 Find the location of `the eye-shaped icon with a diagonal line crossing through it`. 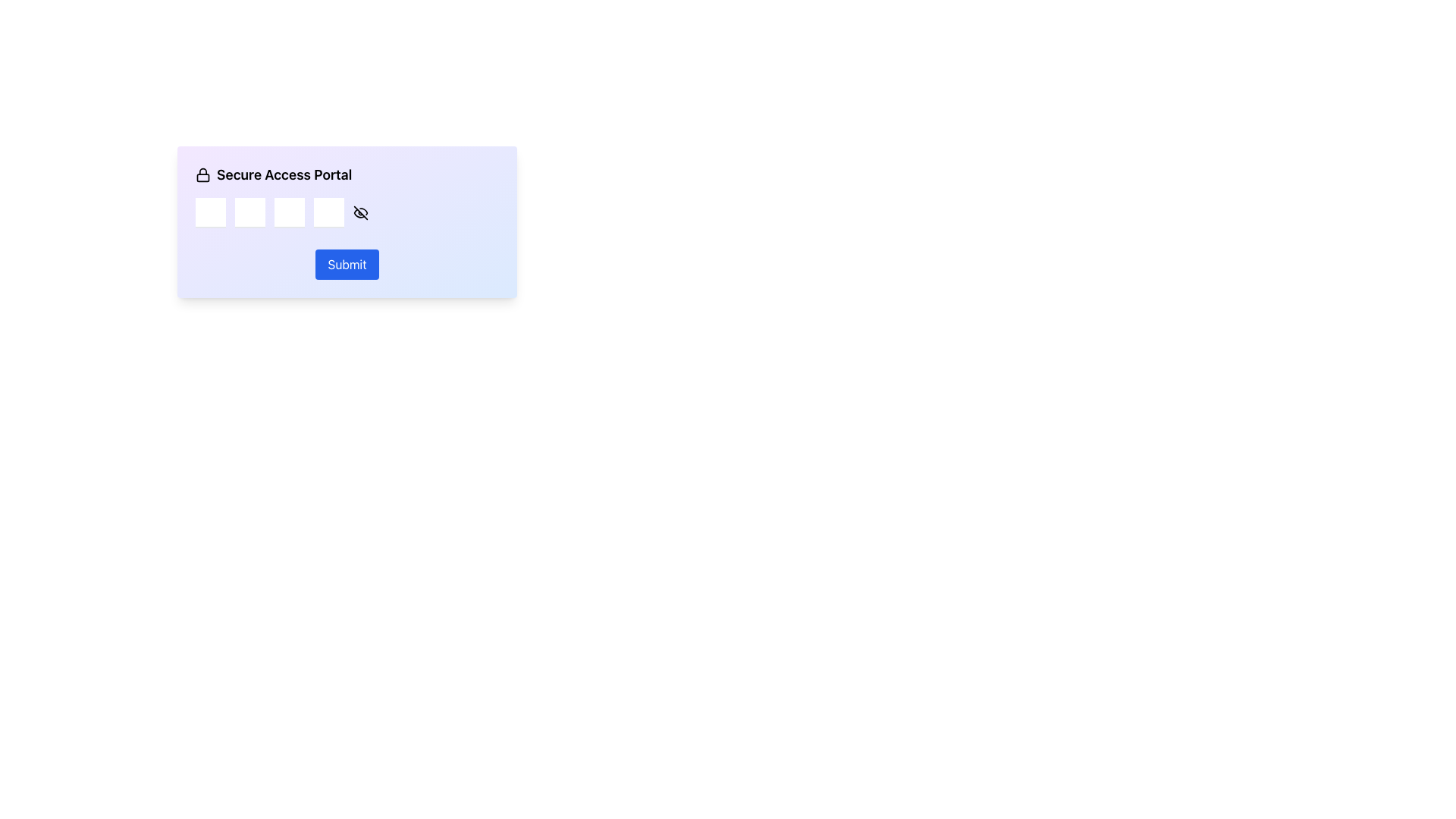

the eye-shaped icon with a diagonal line crossing through it is located at coordinates (359, 213).